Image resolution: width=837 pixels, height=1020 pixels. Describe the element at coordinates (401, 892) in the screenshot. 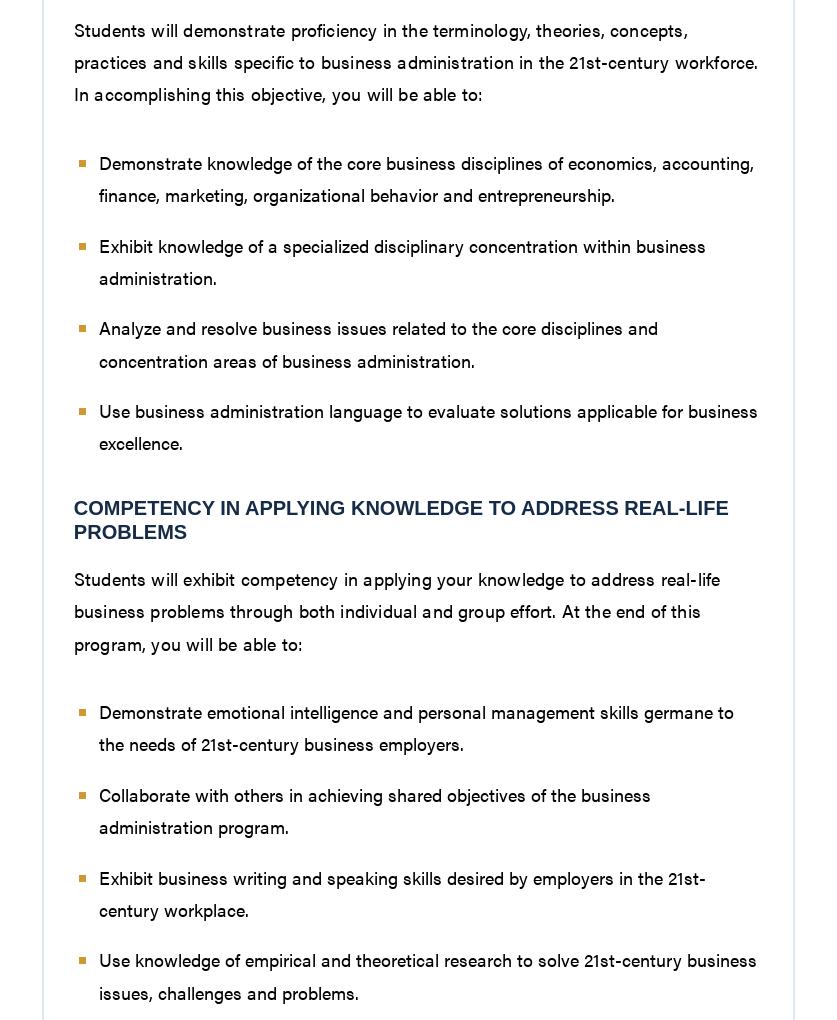

I see `'Exhibit business writing and speaking skills desired by employers in the 21st-century workplace.'` at that location.